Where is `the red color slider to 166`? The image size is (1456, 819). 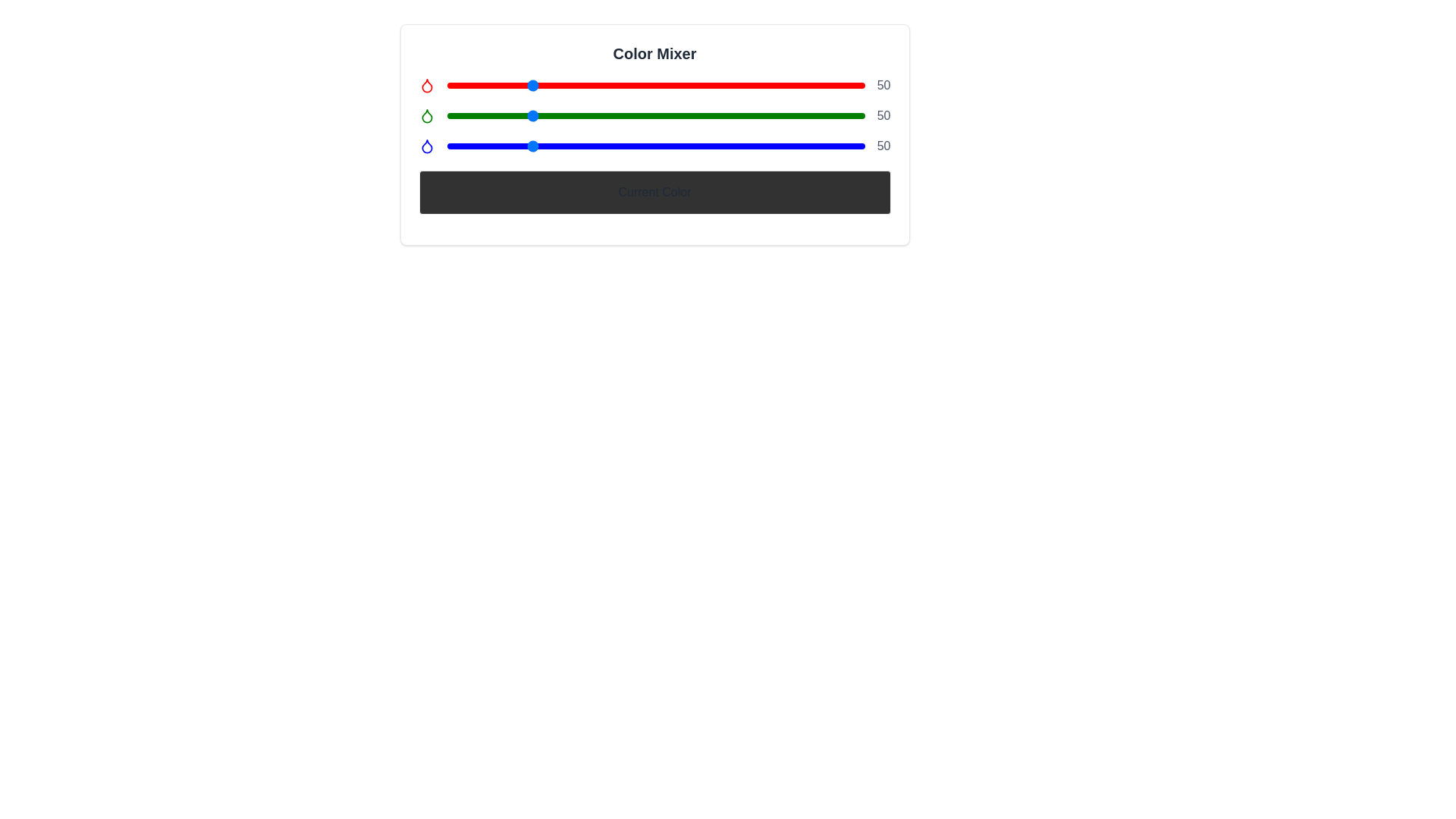 the red color slider to 166 is located at coordinates (718, 85).